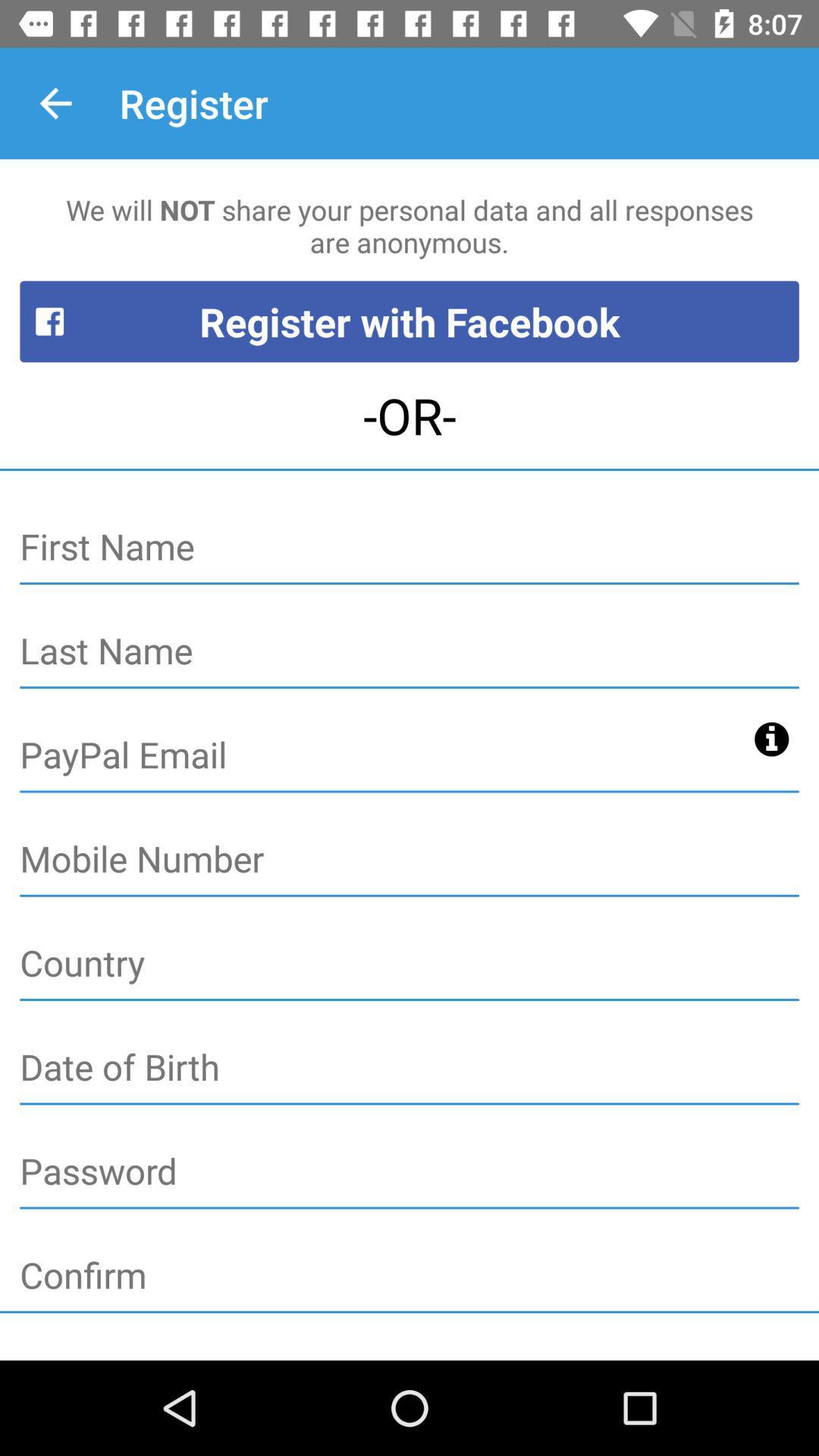 The height and width of the screenshot is (1456, 819). Describe the element at coordinates (409, 321) in the screenshot. I see `the register with facebook item` at that location.